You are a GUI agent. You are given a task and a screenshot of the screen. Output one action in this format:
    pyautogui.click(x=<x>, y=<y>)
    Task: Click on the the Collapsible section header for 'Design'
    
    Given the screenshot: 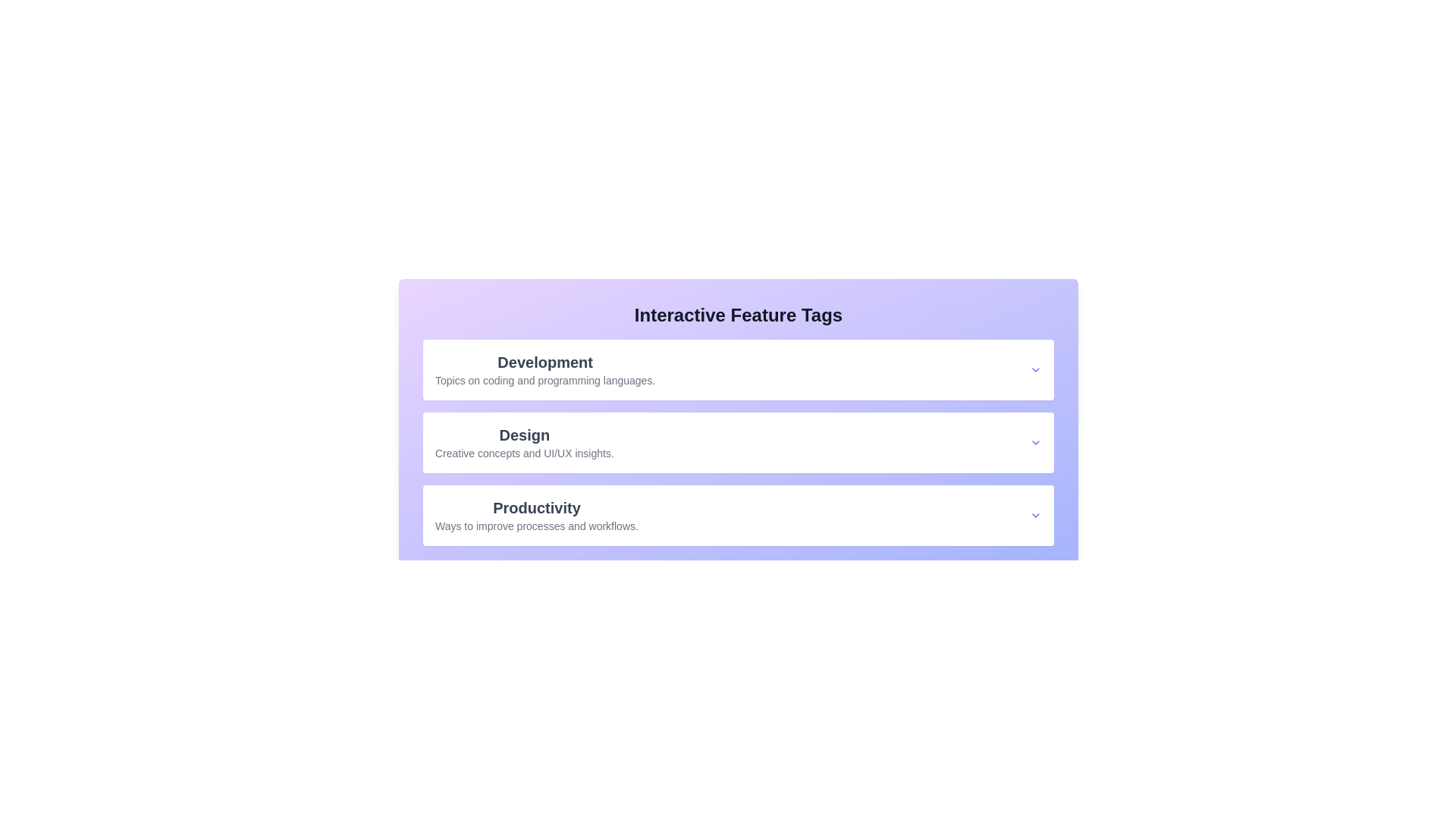 What is the action you would take?
    pyautogui.click(x=739, y=442)
    